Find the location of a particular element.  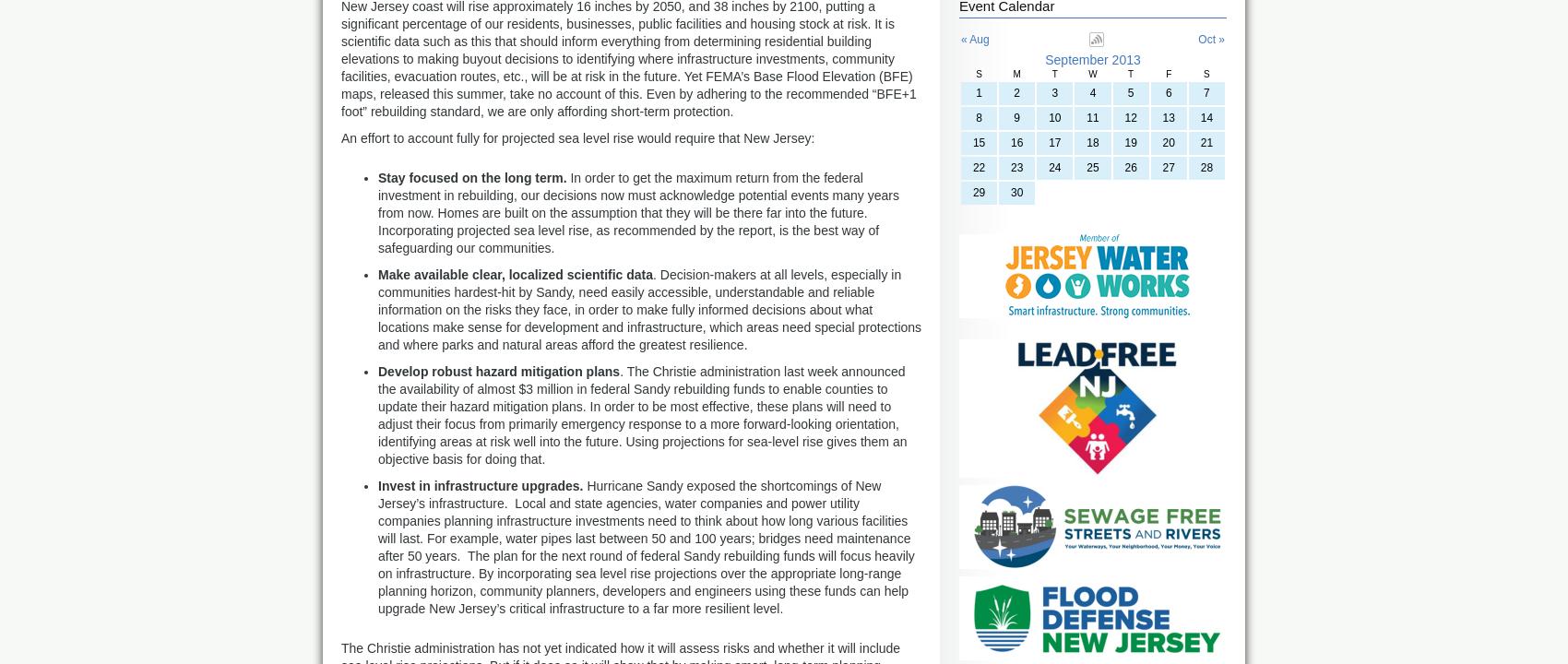

'18' is located at coordinates (1091, 142).